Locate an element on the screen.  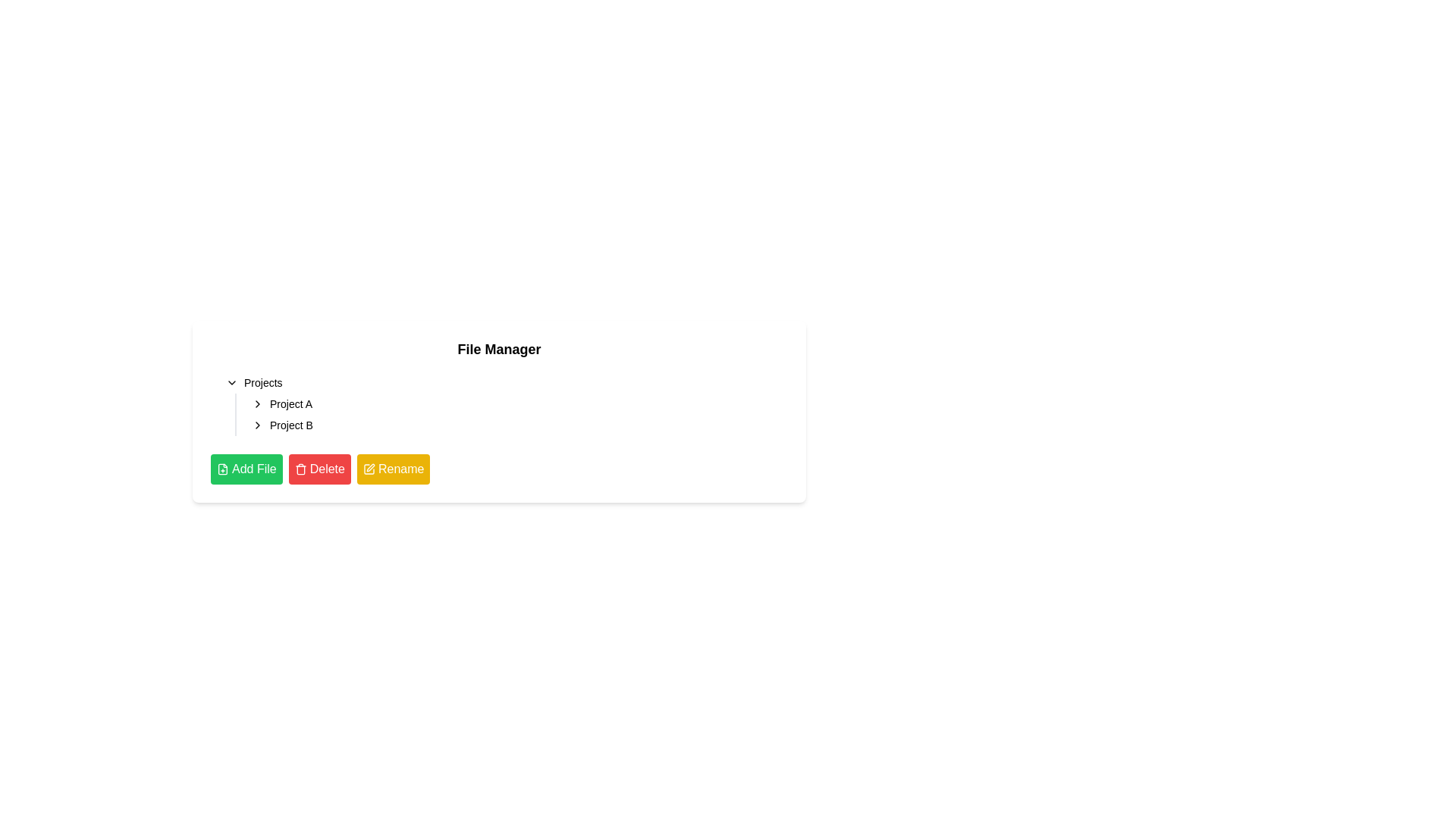
the green button with rounded edges labeled 'Add File' is located at coordinates (246, 468).